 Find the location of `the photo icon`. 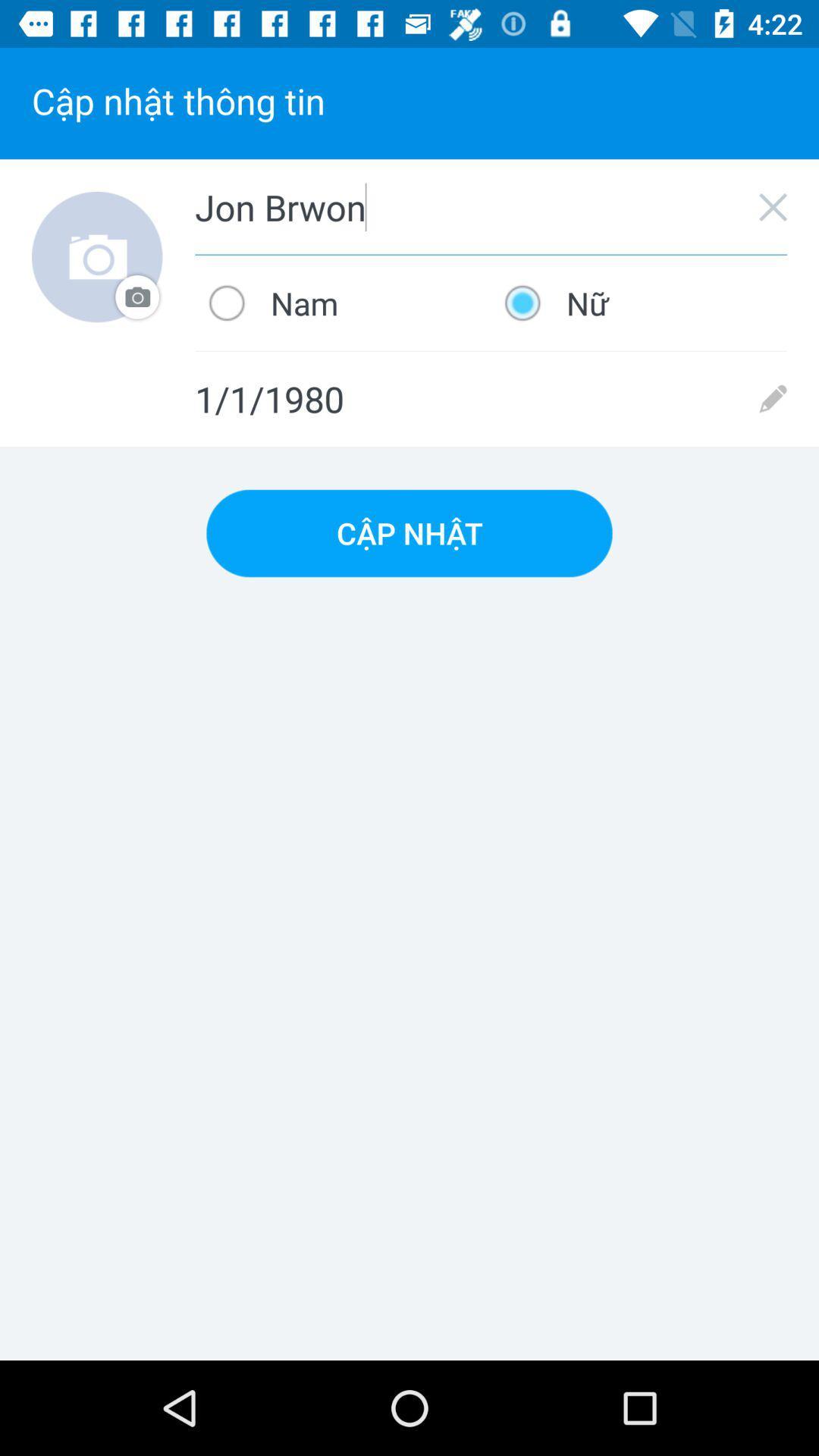

the photo icon is located at coordinates (97, 257).